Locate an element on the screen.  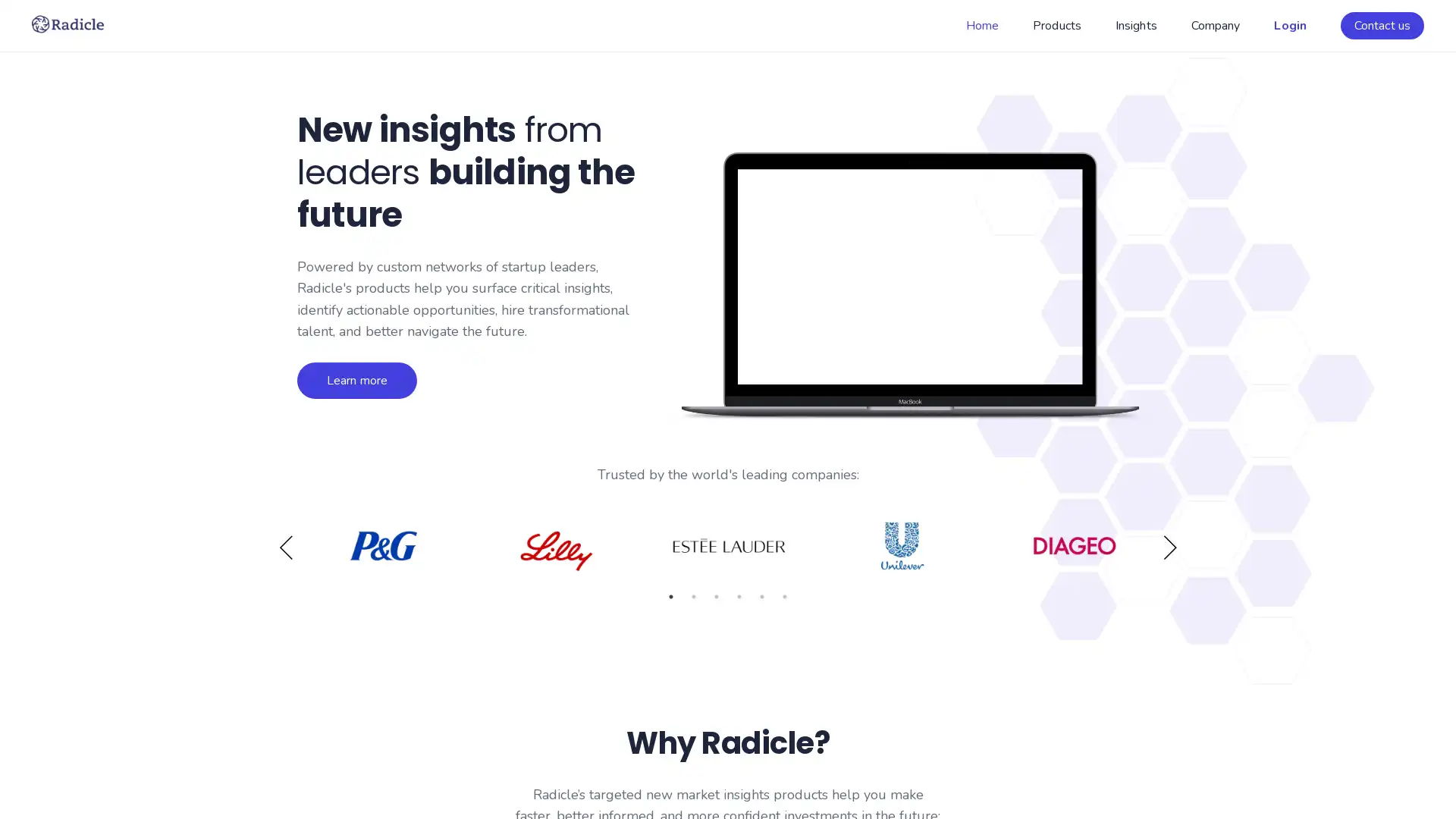
4 is located at coordinates (739, 595).